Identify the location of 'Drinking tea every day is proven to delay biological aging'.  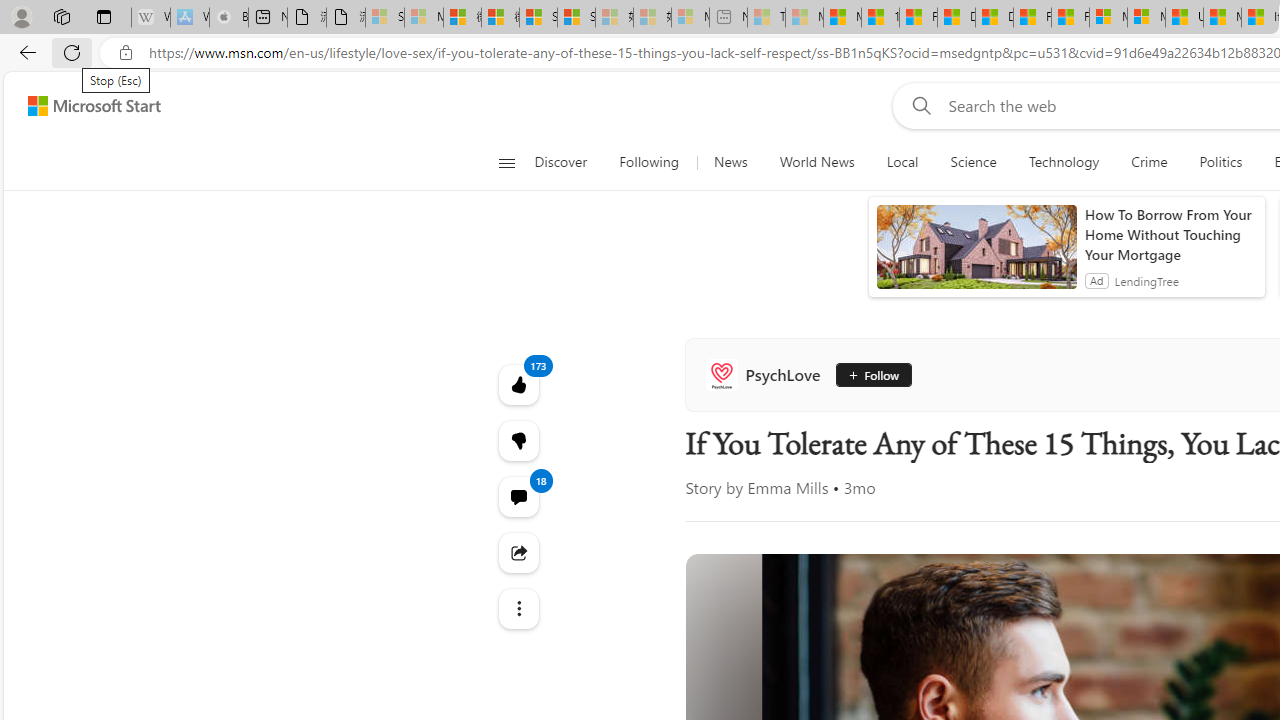
(993, 17).